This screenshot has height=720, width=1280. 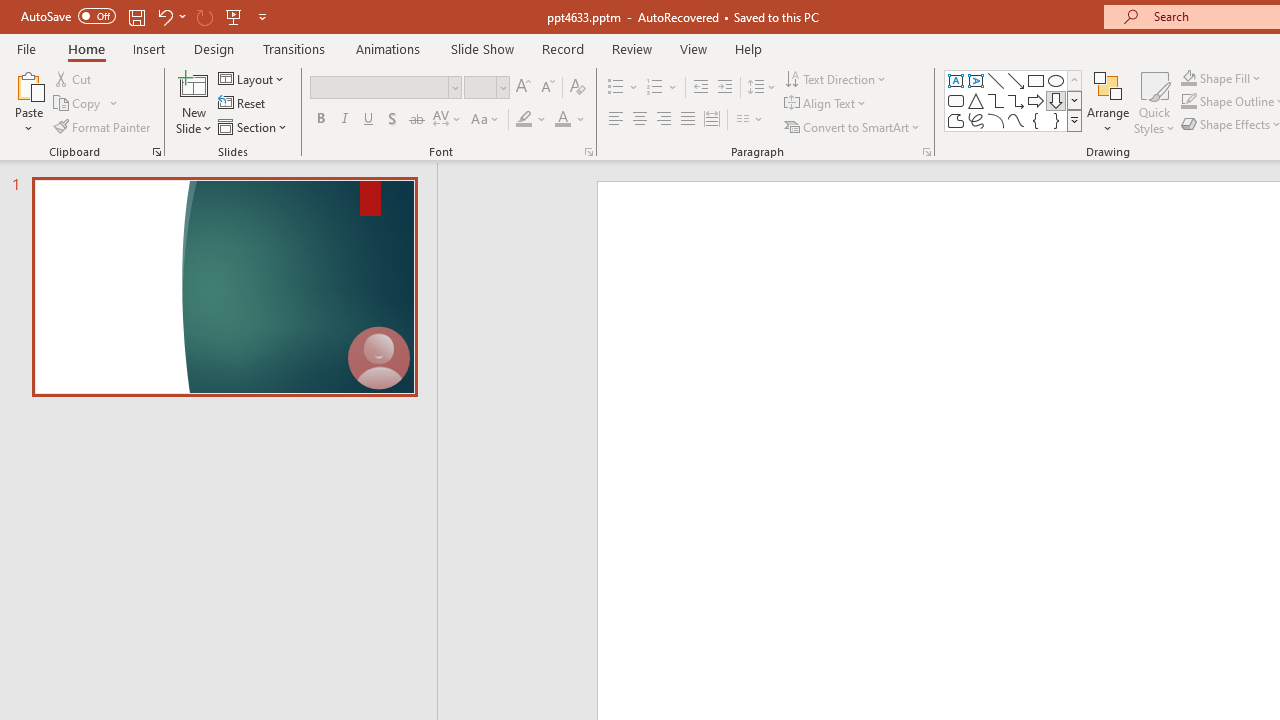 I want to click on 'Shape Fill Orange, Accent 2', so click(x=1189, y=77).